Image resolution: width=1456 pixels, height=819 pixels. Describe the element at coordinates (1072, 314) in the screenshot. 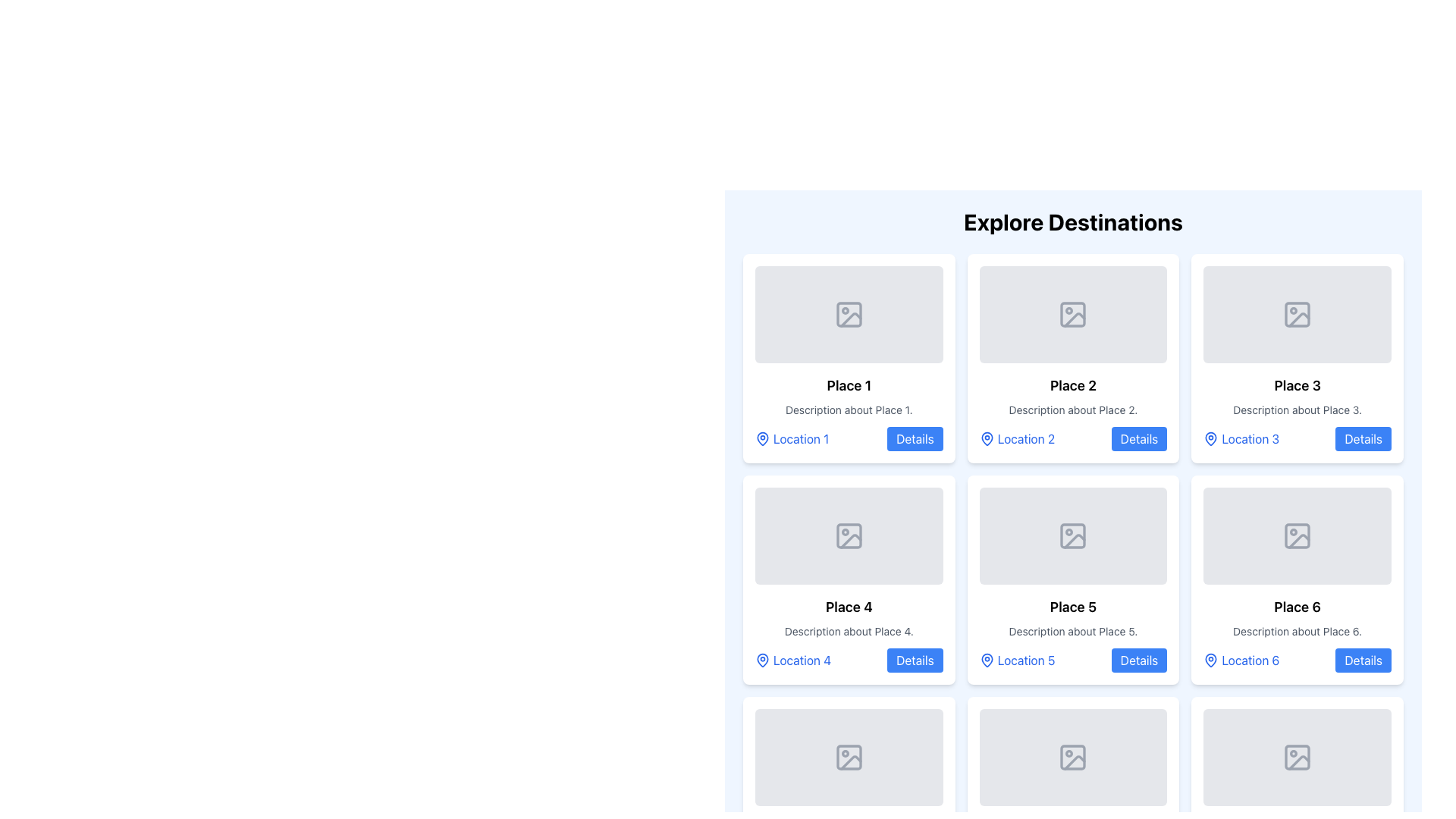

I see `the decorative SVG rectangle within the image icon at the top center of the 'Place 2' card` at that location.